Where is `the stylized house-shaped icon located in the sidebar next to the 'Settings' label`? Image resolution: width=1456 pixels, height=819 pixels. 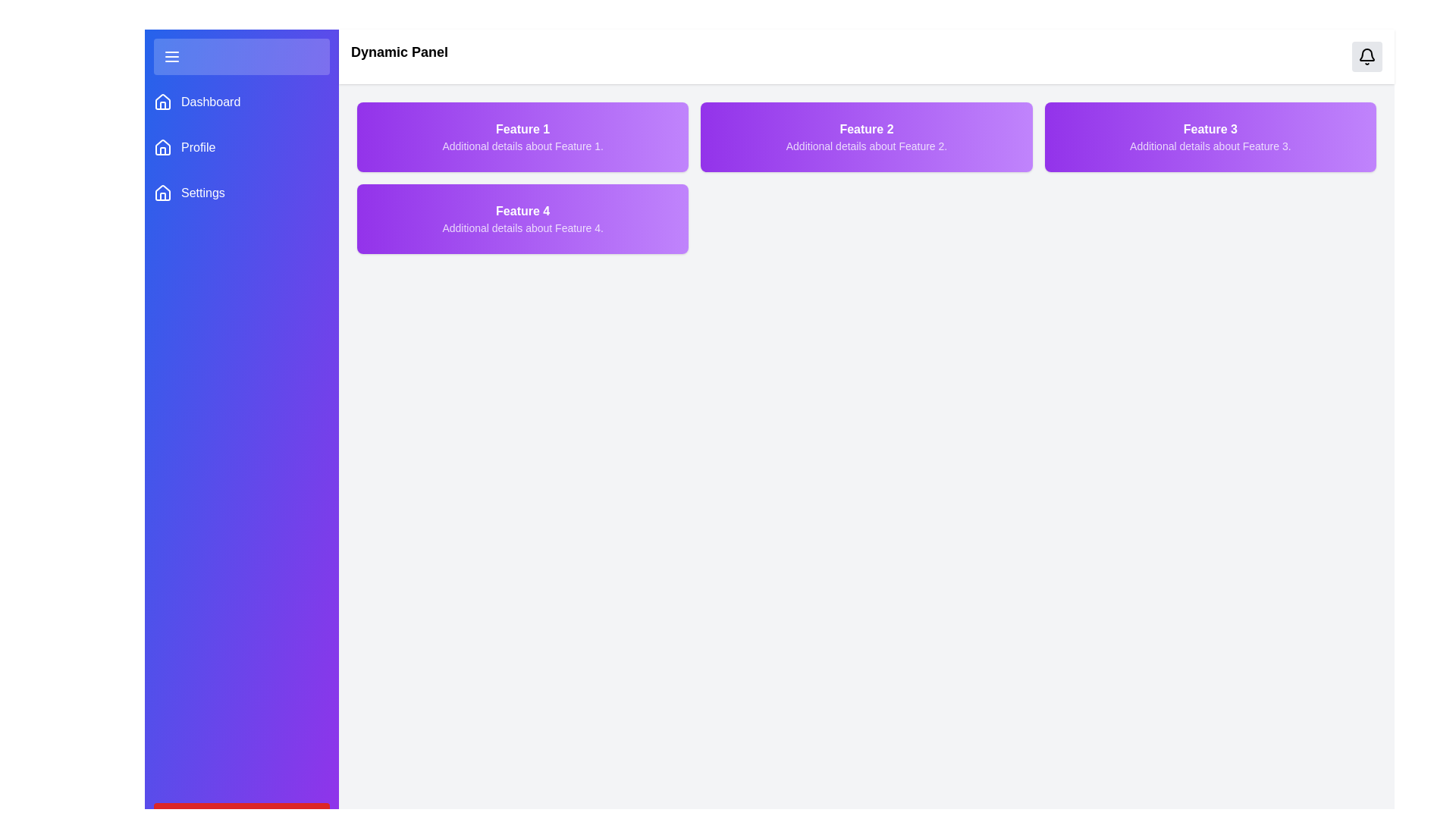 the stylized house-shaped icon located in the sidebar next to the 'Settings' label is located at coordinates (163, 192).